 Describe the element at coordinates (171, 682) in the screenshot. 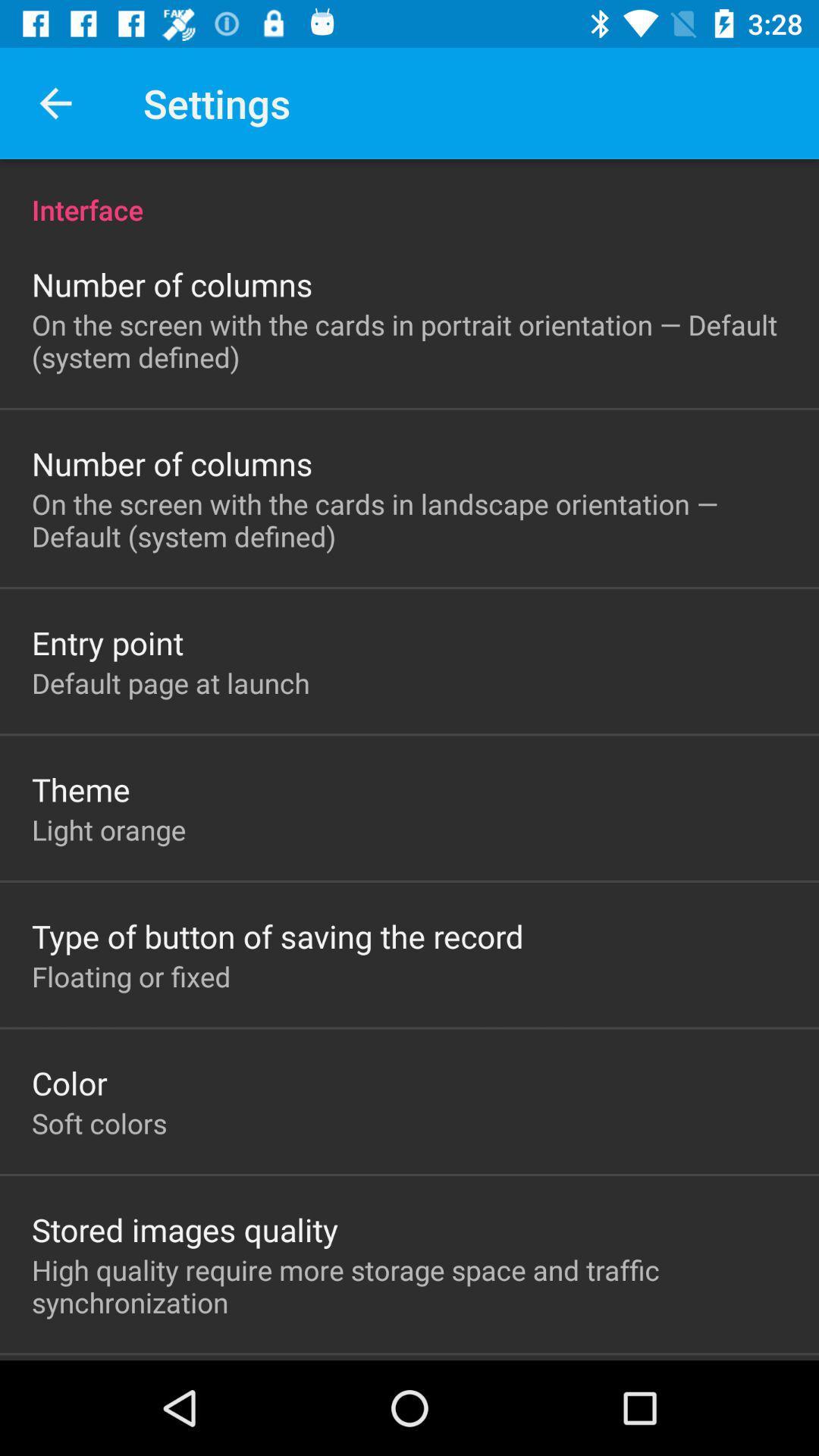

I see `the item above theme` at that location.